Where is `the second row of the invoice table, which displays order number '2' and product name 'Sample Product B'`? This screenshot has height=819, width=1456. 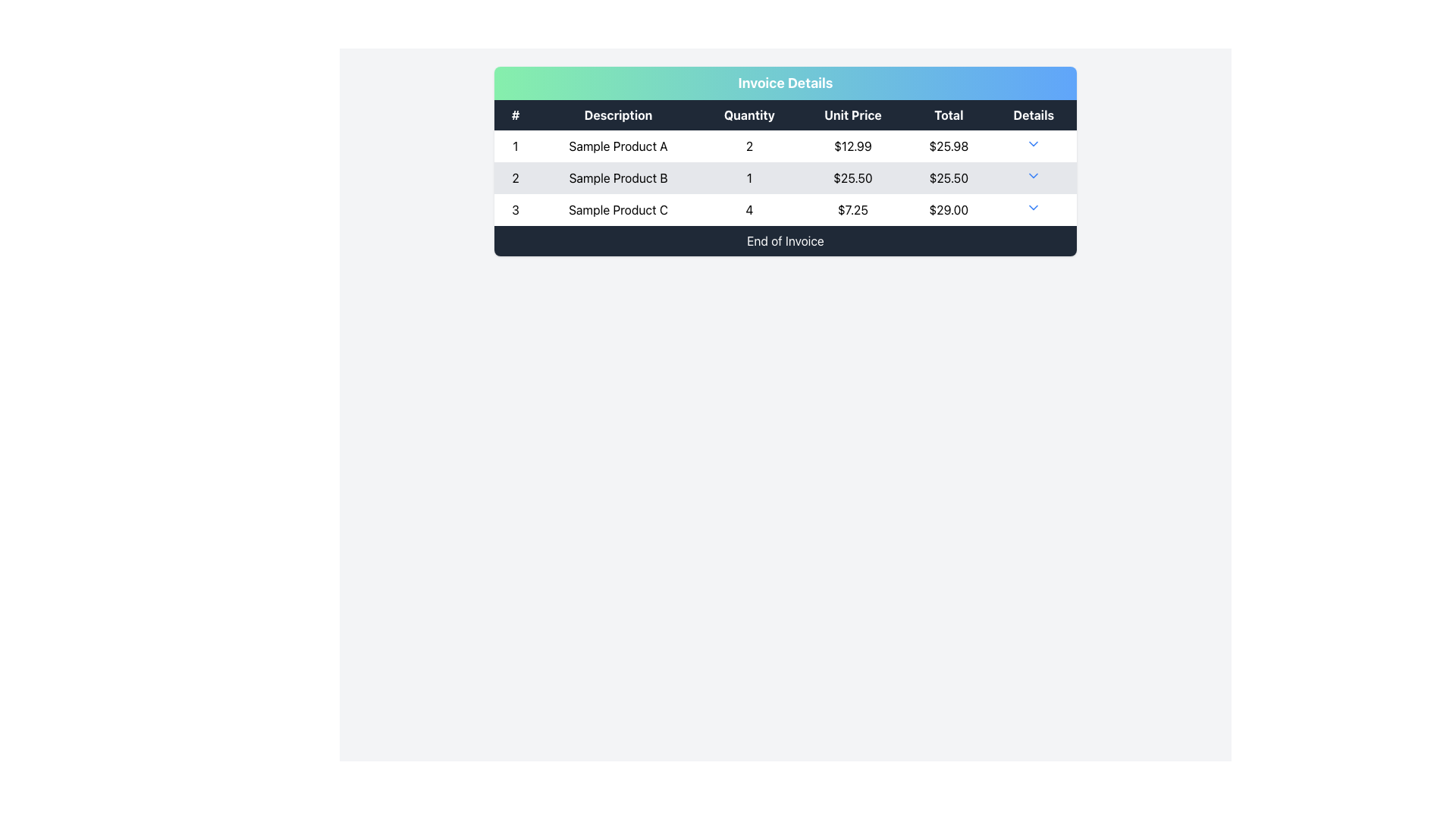
the second row of the invoice table, which displays order number '2' and product name 'Sample Product B' is located at coordinates (786, 177).